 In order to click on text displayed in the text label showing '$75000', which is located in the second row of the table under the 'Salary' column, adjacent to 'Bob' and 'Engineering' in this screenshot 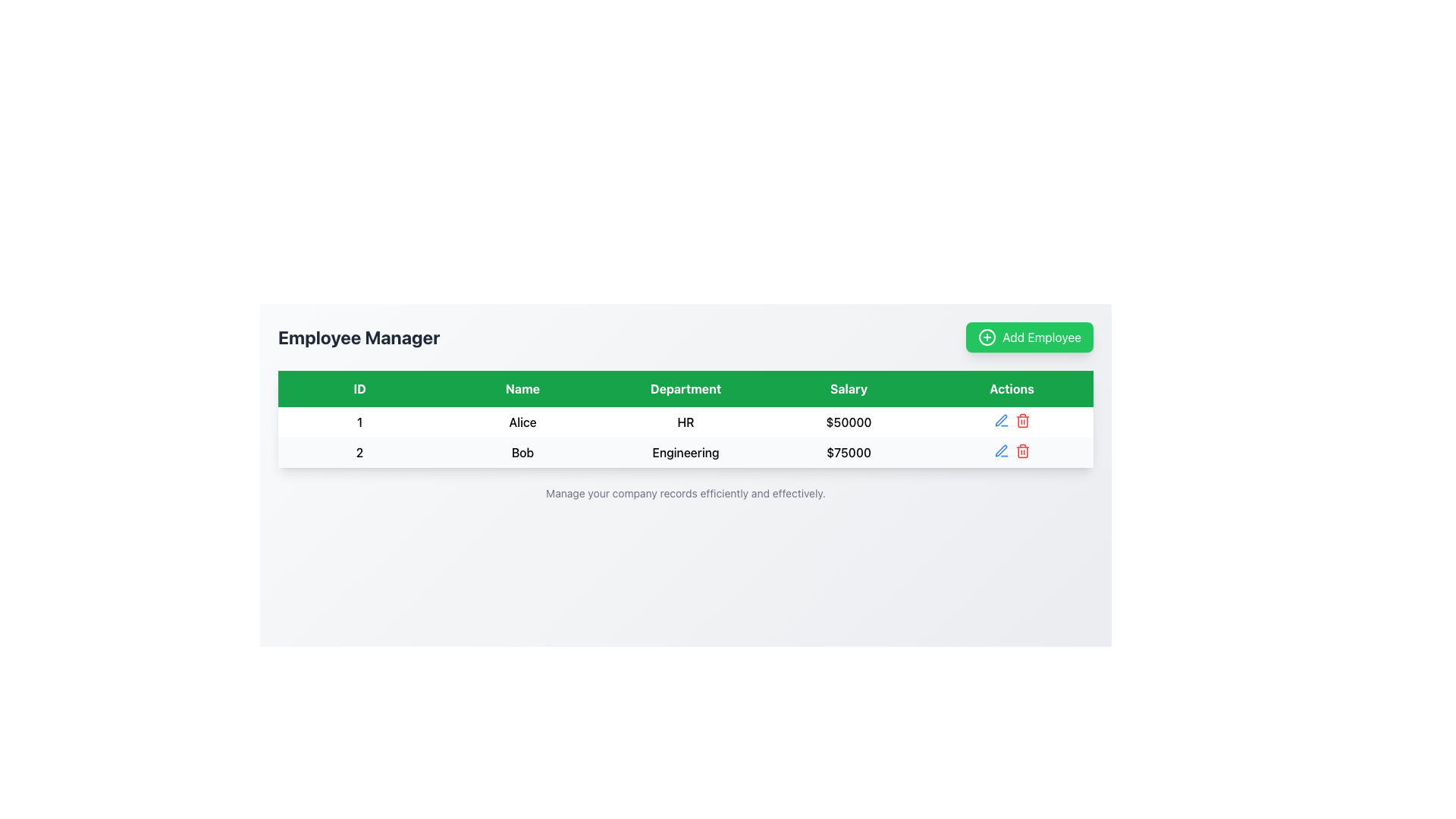, I will do `click(848, 452)`.